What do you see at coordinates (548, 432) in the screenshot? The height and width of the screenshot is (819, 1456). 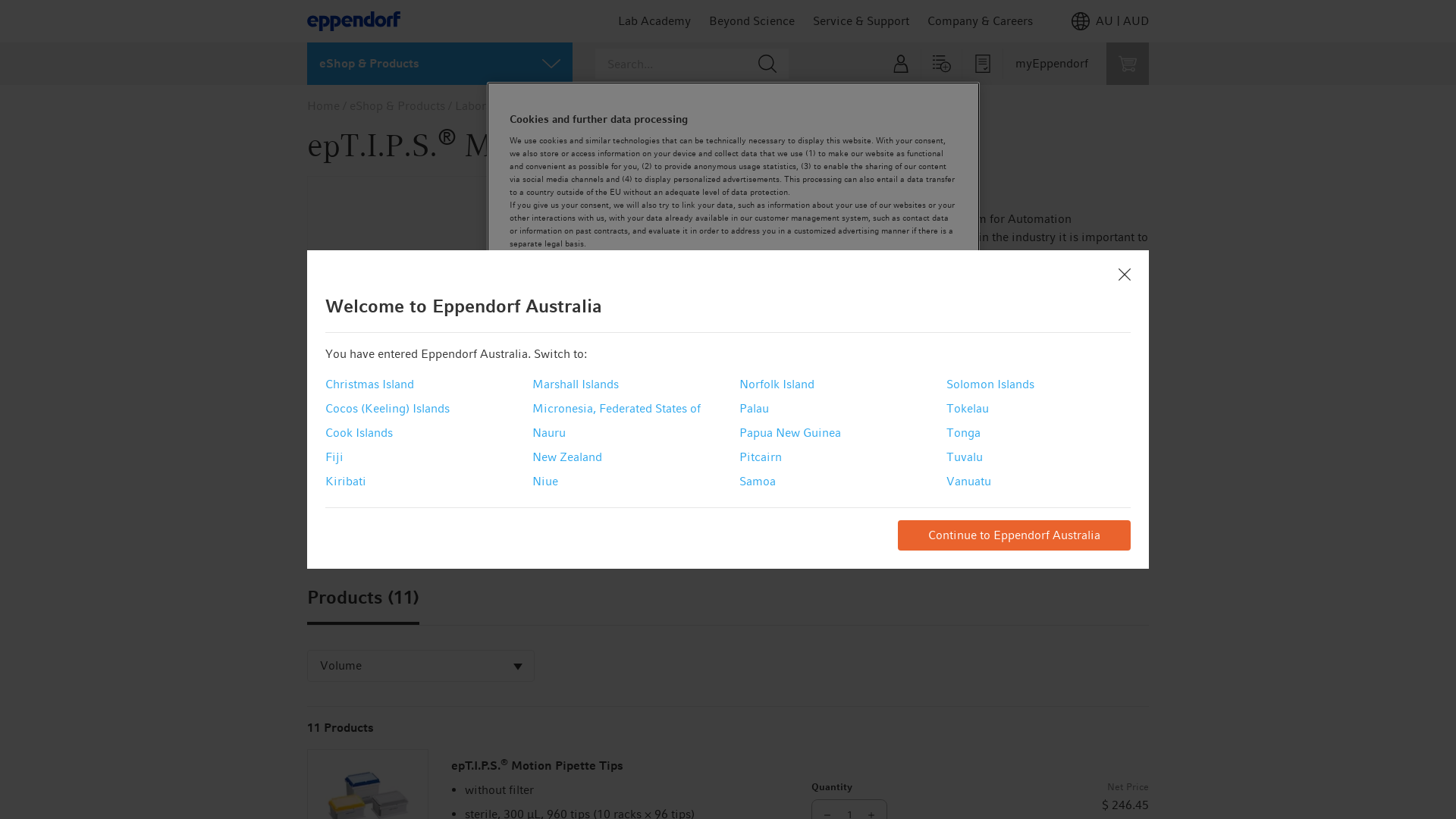 I see `'Nauru'` at bounding box center [548, 432].